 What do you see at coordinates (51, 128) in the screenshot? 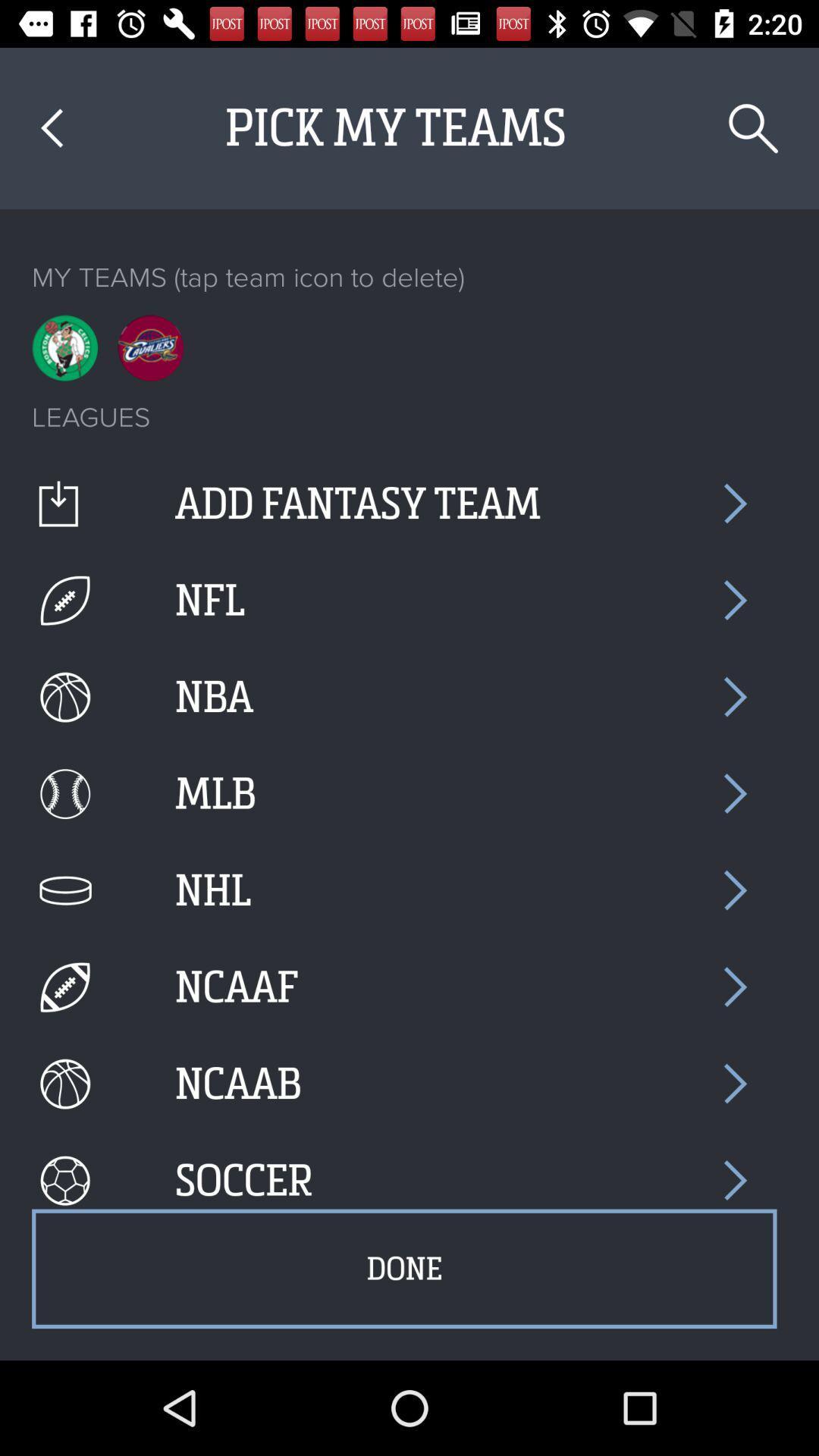
I see `the icon next to the pick my teams icon` at bounding box center [51, 128].